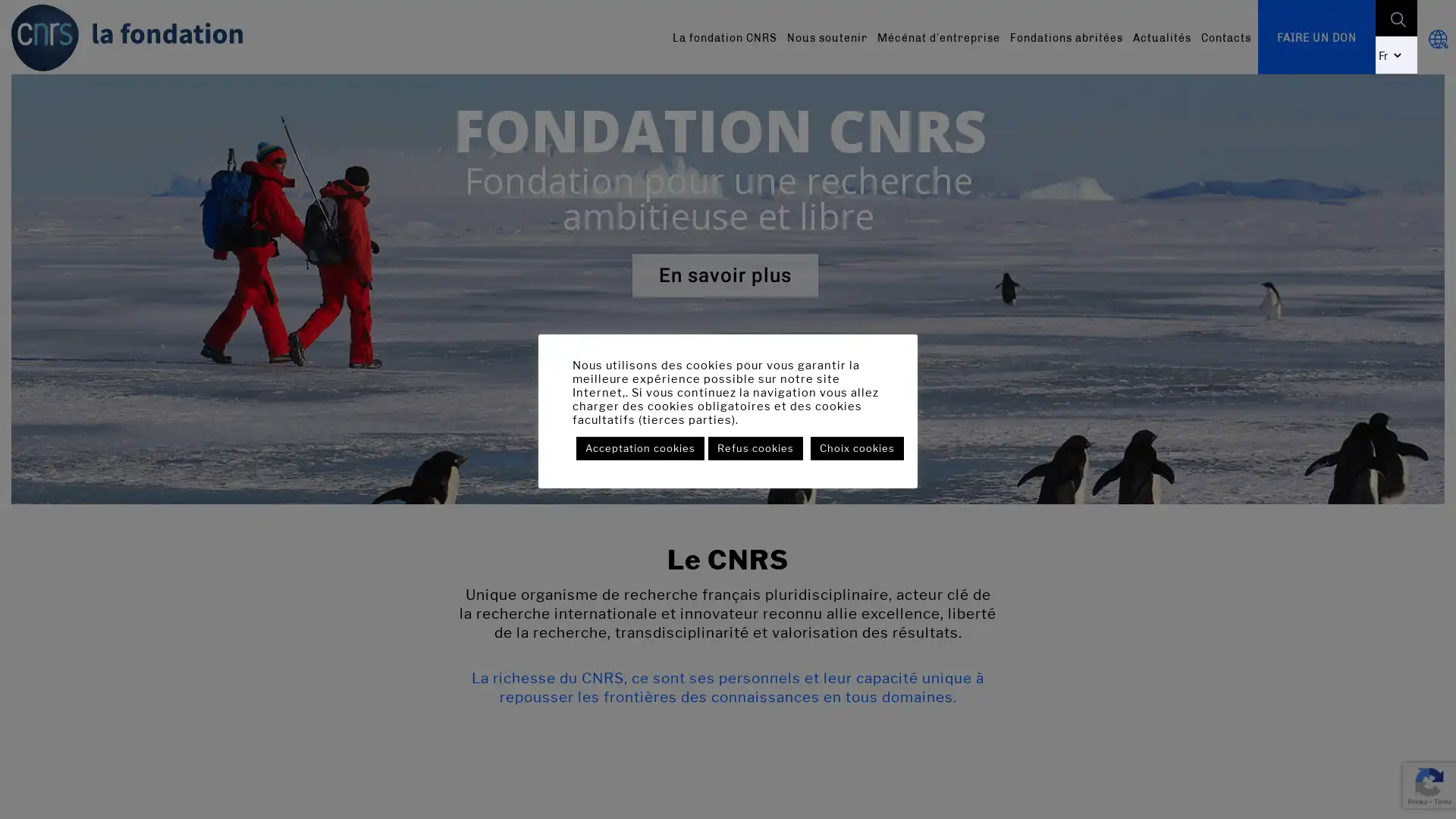 Image resolution: width=1456 pixels, height=819 pixels. I want to click on Refus cookies, so click(755, 447).